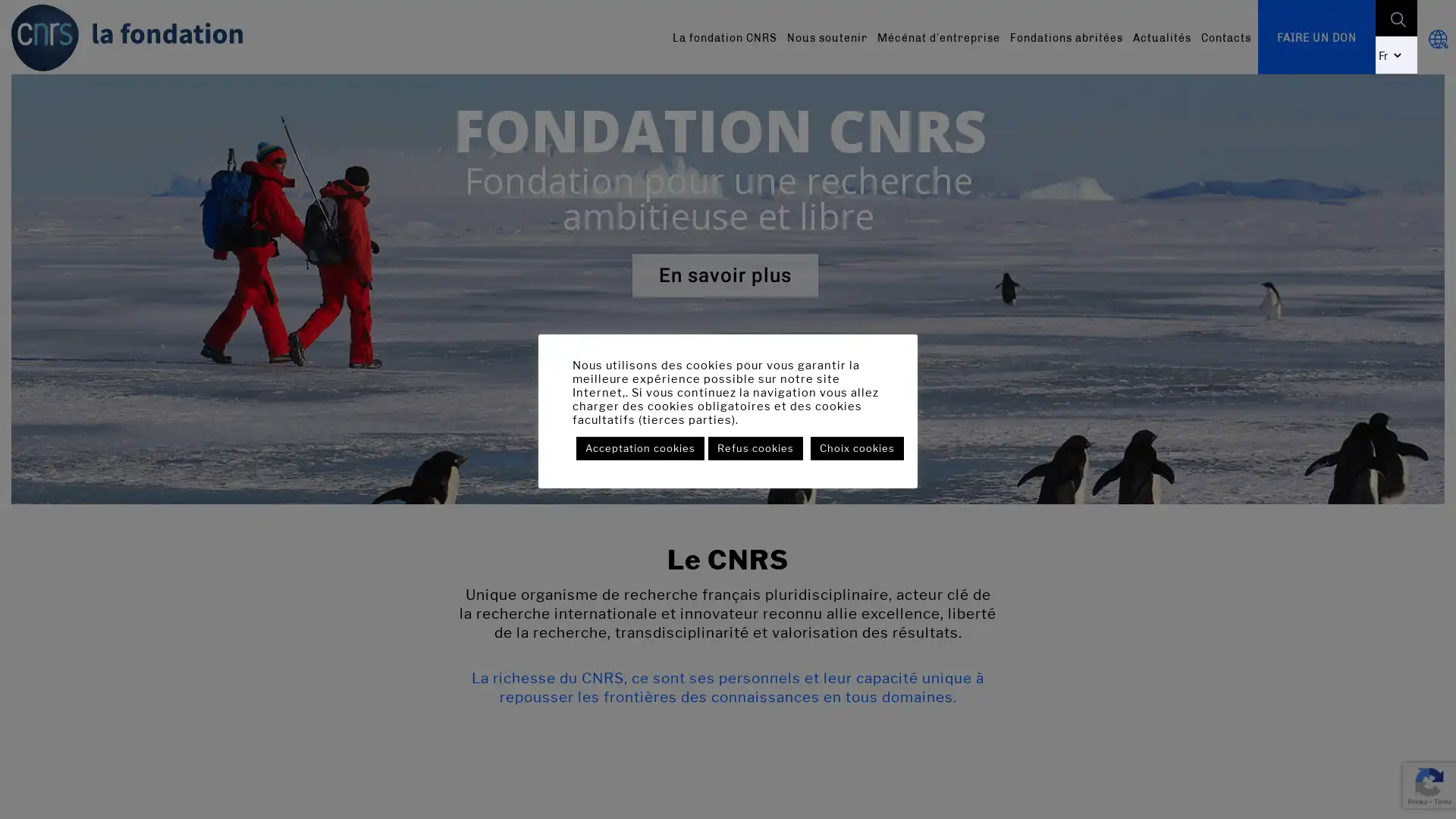 Image resolution: width=1456 pixels, height=819 pixels. I want to click on Refus cookies, so click(755, 447).